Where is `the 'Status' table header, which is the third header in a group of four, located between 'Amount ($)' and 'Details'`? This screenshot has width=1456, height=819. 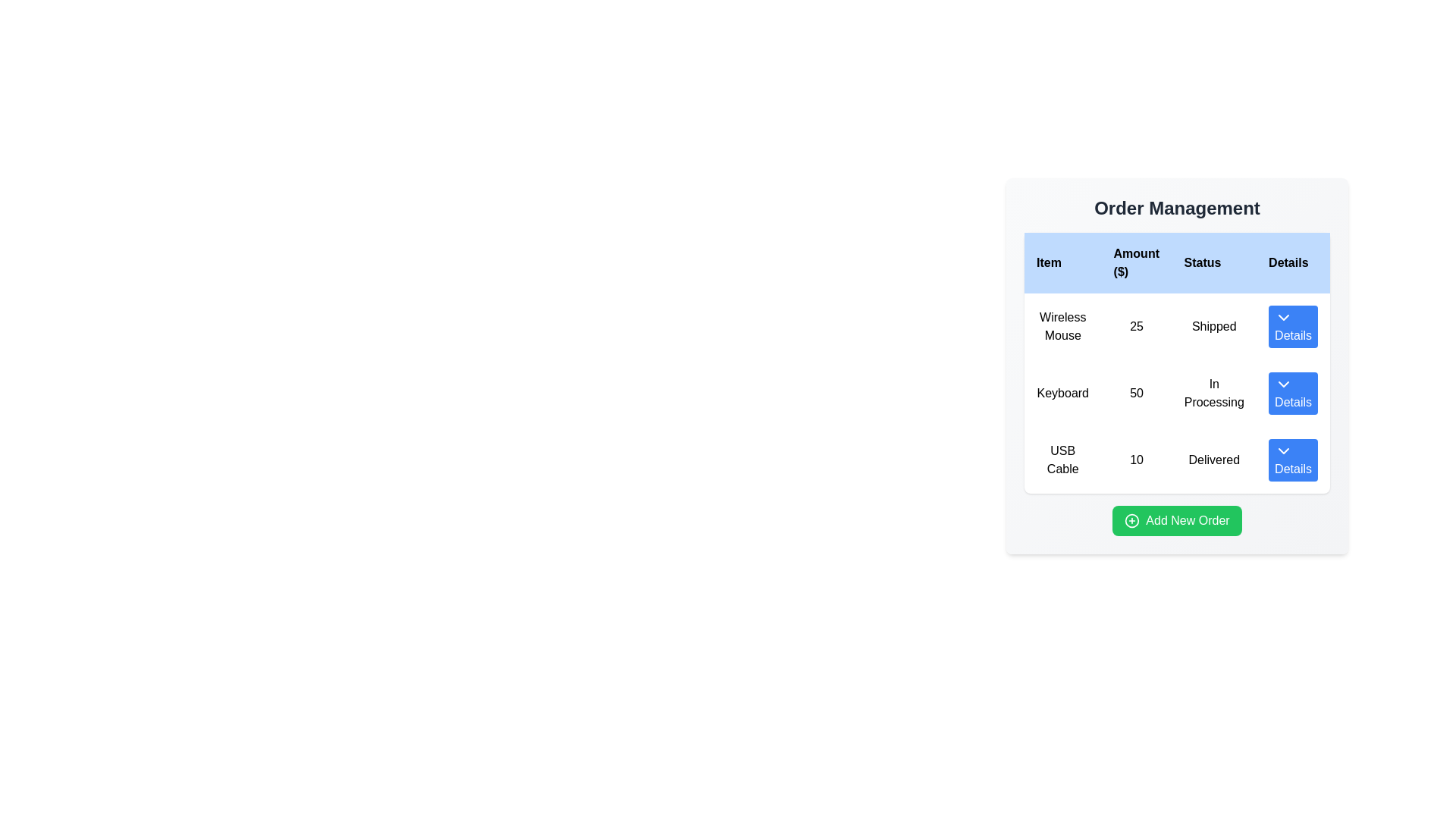 the 'Status' table header, which is the third header in a group of four, located between 'Amount ($)' and 'Details' is located at coordinates (1214, 262).